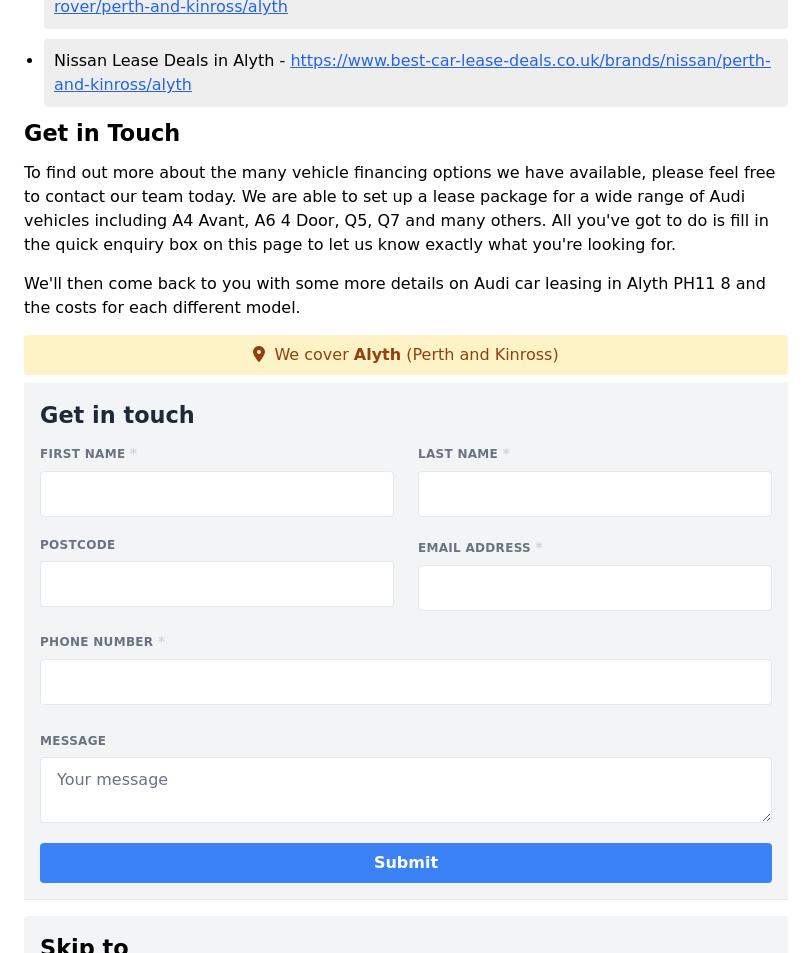 The image size is (812, 953). I want to click on 'We'll then come back to you with some more details on Audi car leasing in Alyth PH11 8 and the costs for each different model.', so click(394, 294).